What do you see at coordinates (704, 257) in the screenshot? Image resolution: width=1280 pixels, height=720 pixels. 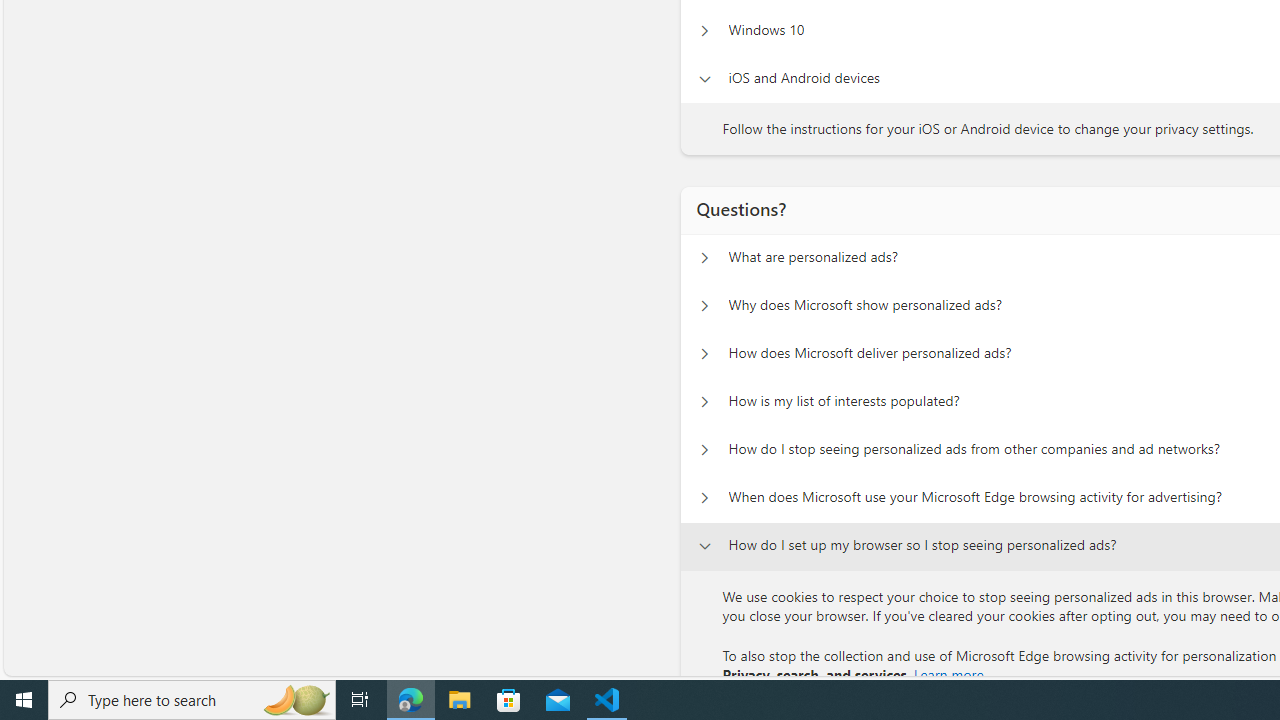 I see `'Questions? What are personalized ads?'` at bounding box center [704, 257].